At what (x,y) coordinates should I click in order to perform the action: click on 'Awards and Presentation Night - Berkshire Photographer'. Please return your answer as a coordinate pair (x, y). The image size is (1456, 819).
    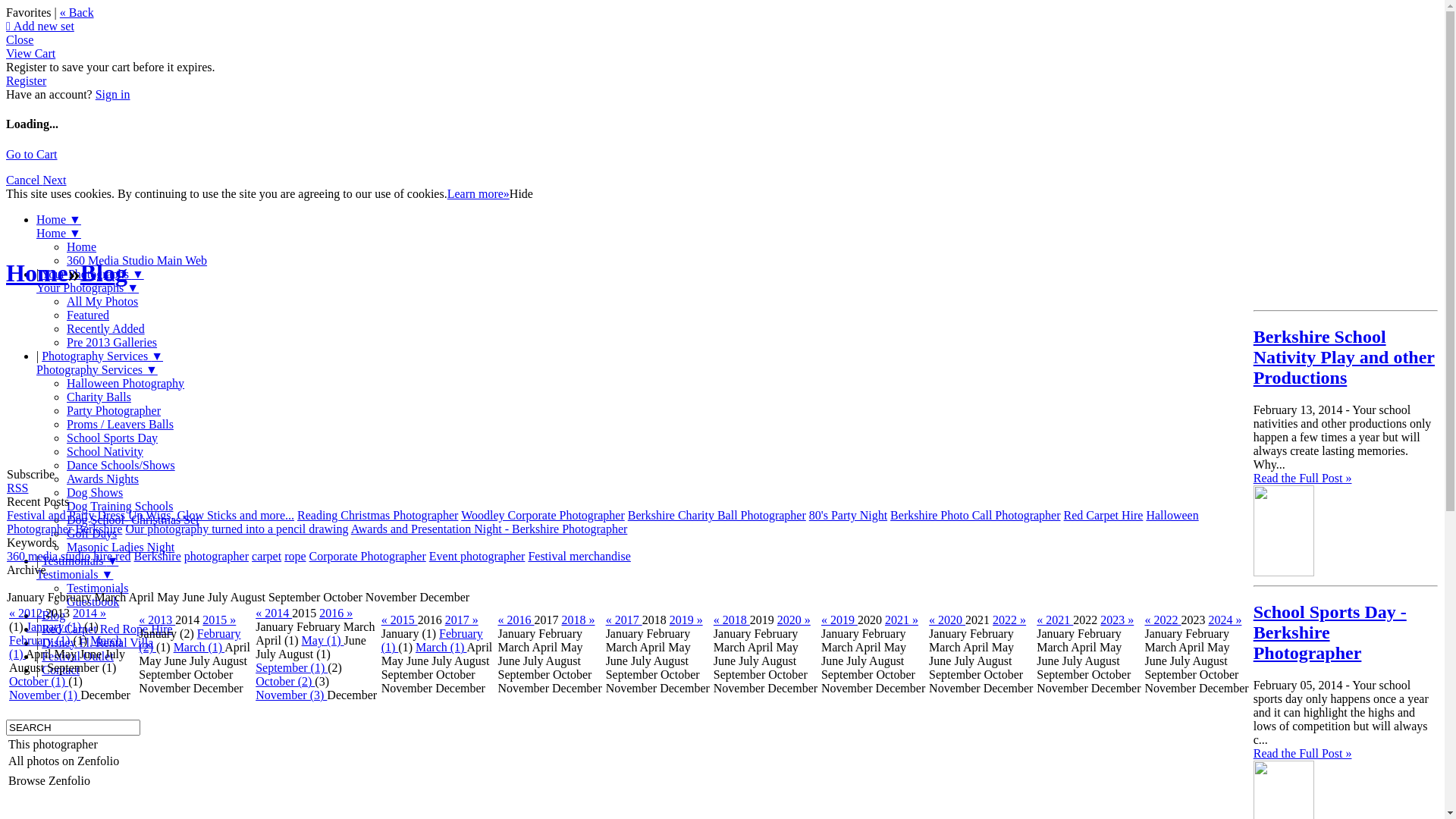
    Looking at the image, I should click on (489, 528).